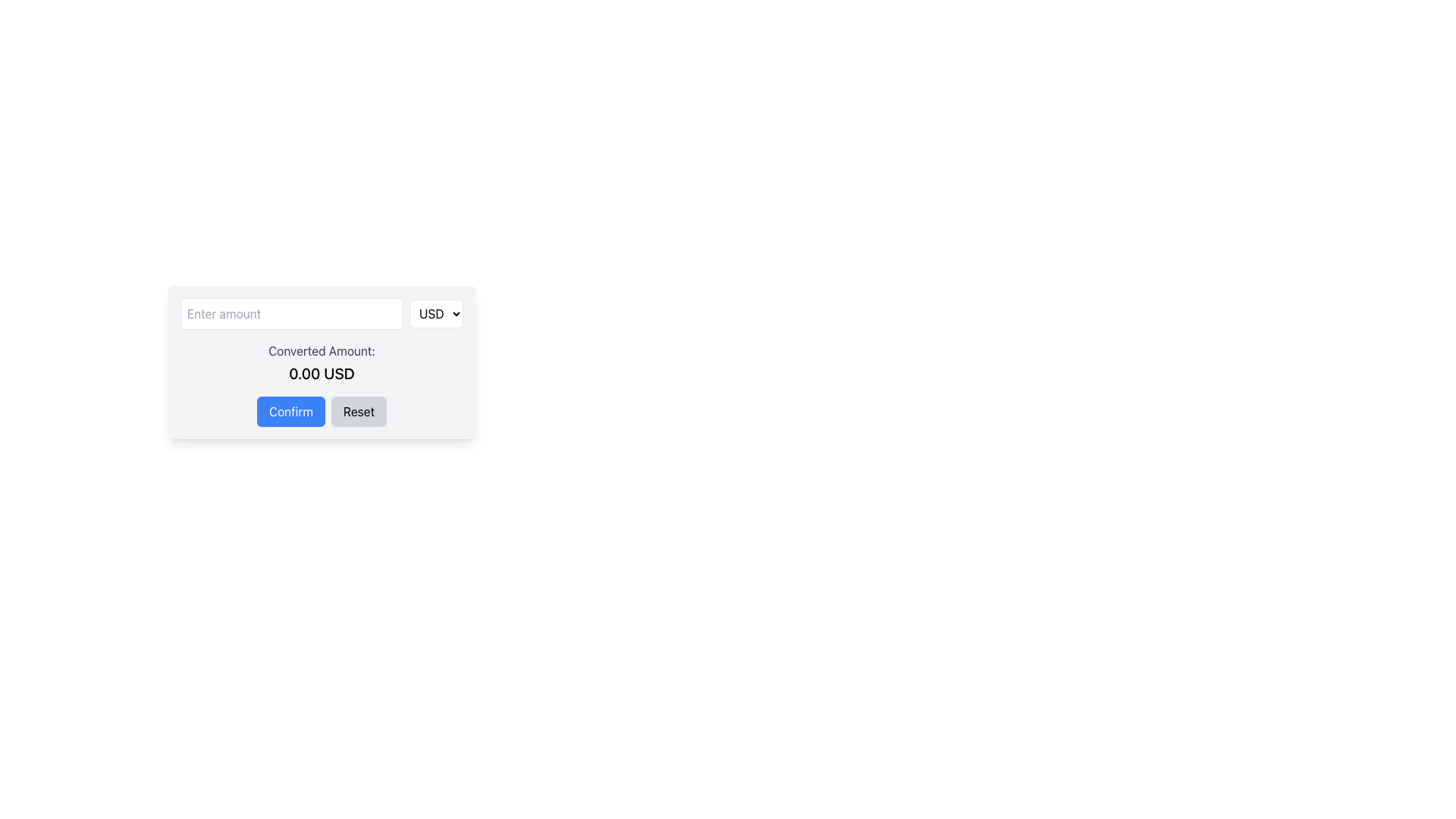 This screenshot has width=1456, height=819. Describe the element at coordinates (291, 412) in the screenshot. I see `the 'Confirm' button, which is a rectangular button with rounded corners and a vivid blue background, to activate the hover effect` at that location.